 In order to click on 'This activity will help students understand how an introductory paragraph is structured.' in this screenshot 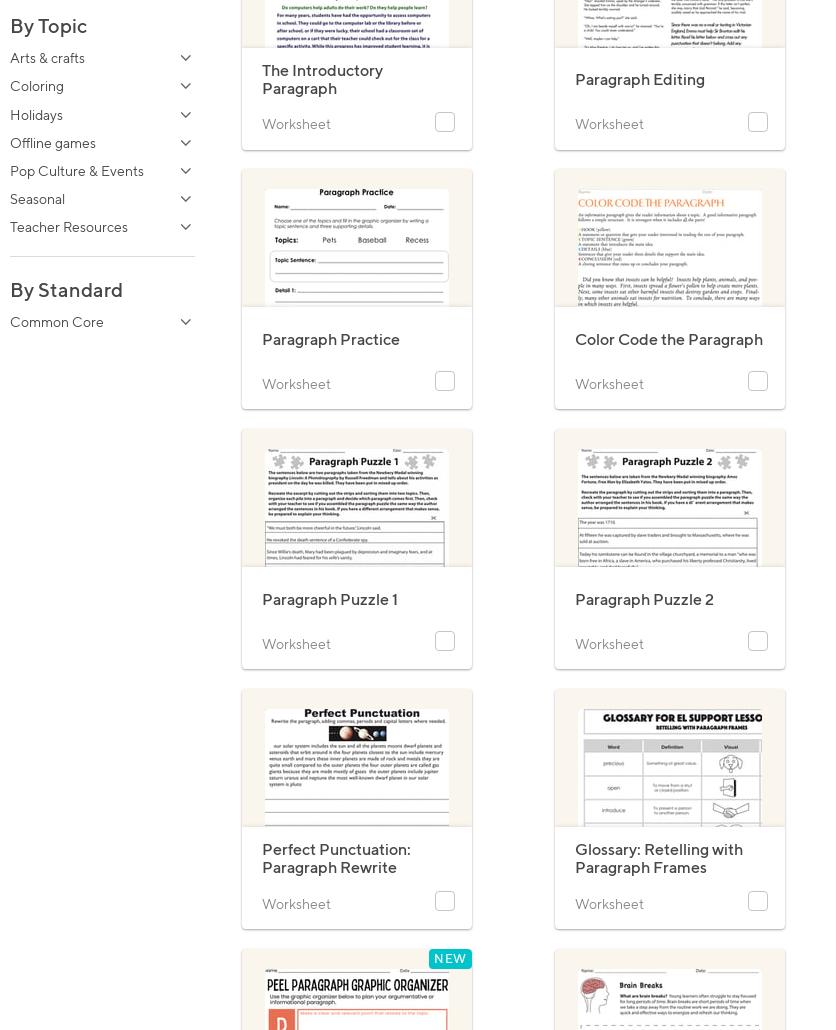, I will do `click(260, 134)`.